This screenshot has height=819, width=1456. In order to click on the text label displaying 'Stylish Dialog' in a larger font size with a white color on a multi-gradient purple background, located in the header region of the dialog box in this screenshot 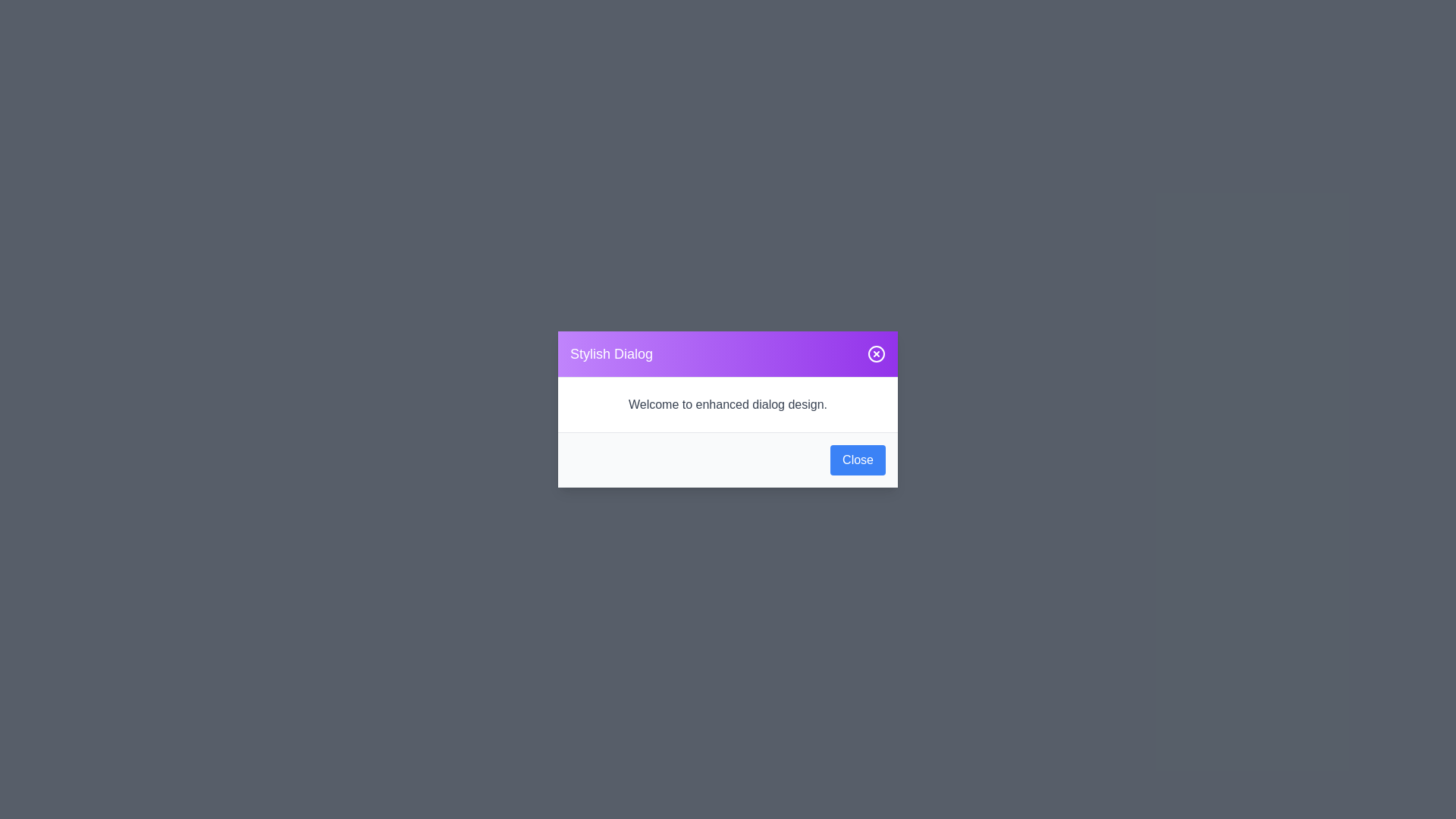, I will do `click(611, 353)`.